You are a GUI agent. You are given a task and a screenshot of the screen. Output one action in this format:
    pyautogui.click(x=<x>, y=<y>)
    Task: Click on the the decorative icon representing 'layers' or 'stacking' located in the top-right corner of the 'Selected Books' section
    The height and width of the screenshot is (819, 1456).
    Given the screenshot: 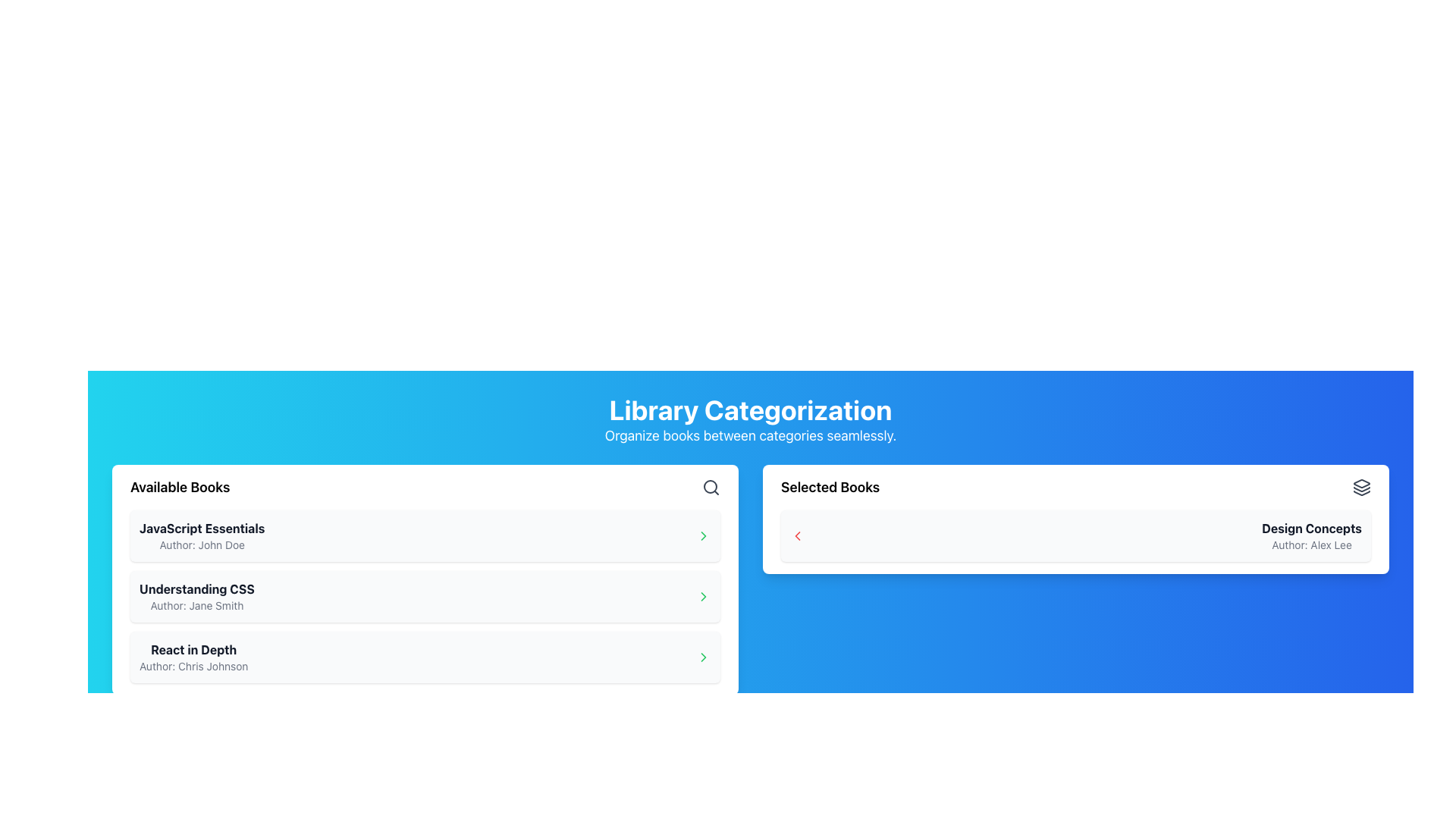 What is the action you would take?
    pyautogui.click(x=1361, y=483)
    